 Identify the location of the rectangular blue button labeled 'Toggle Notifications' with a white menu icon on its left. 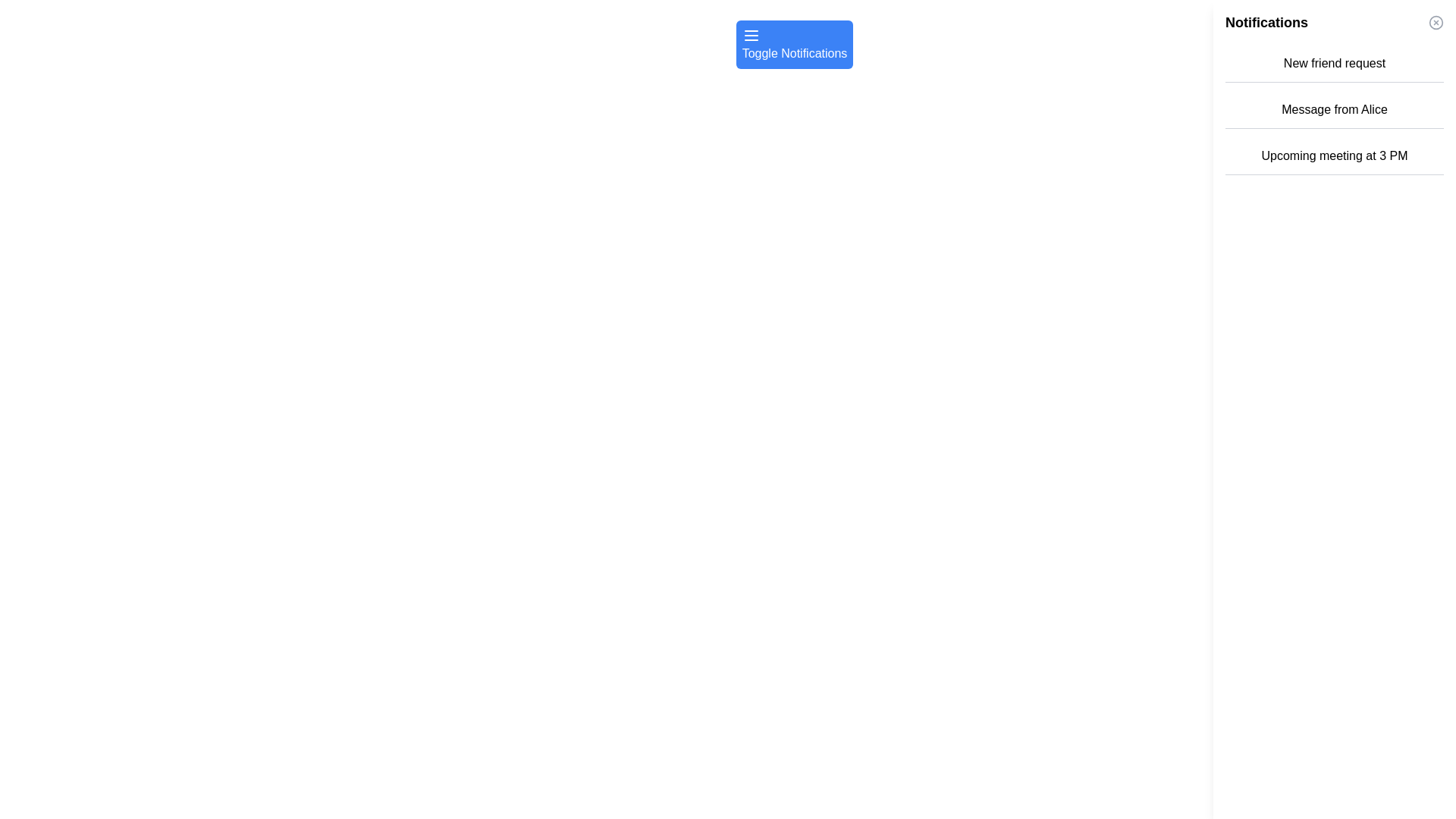
(793, 43).